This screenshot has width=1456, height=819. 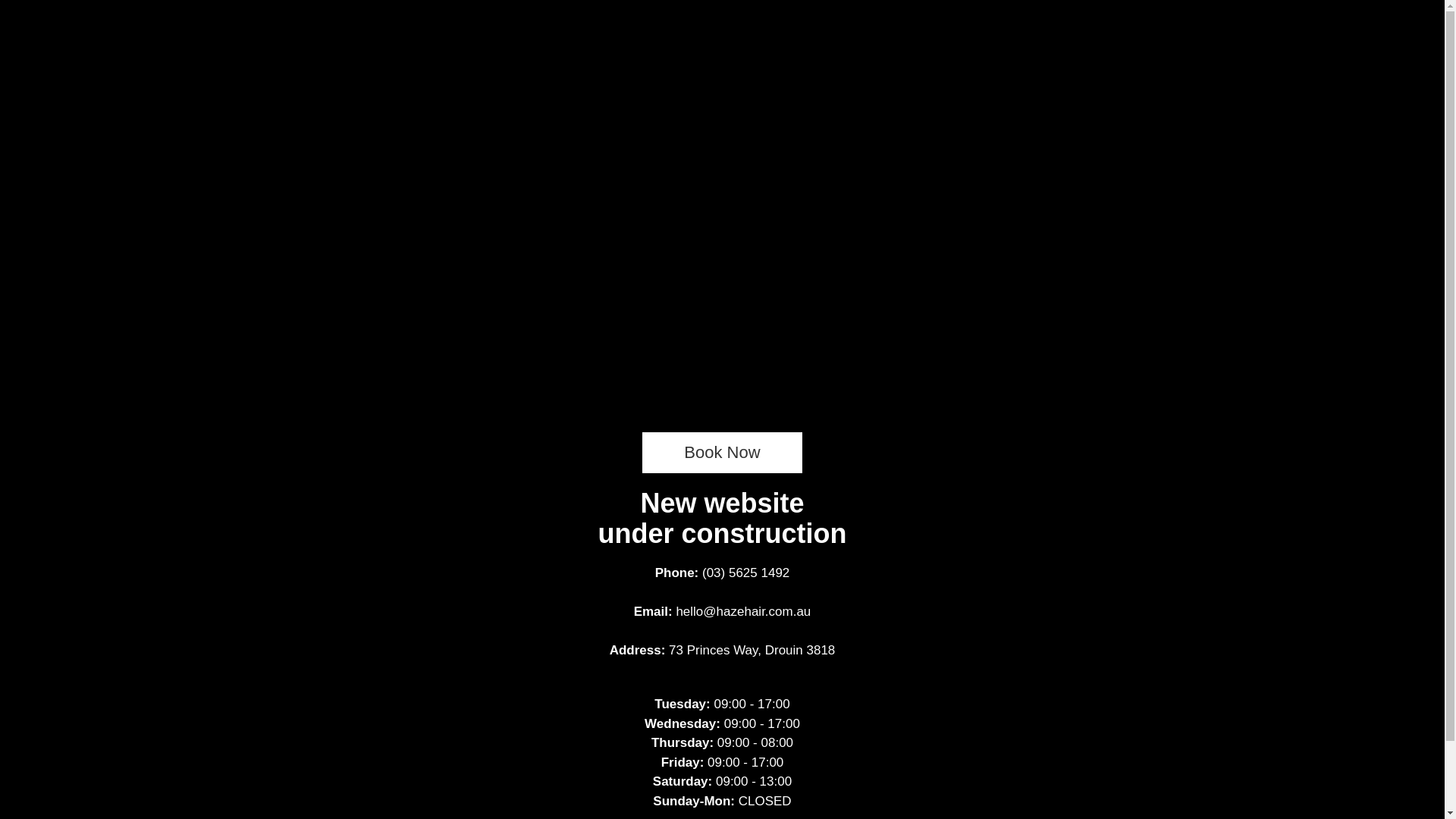 I want to click on 'Book Now', so click(x=720, y=452).